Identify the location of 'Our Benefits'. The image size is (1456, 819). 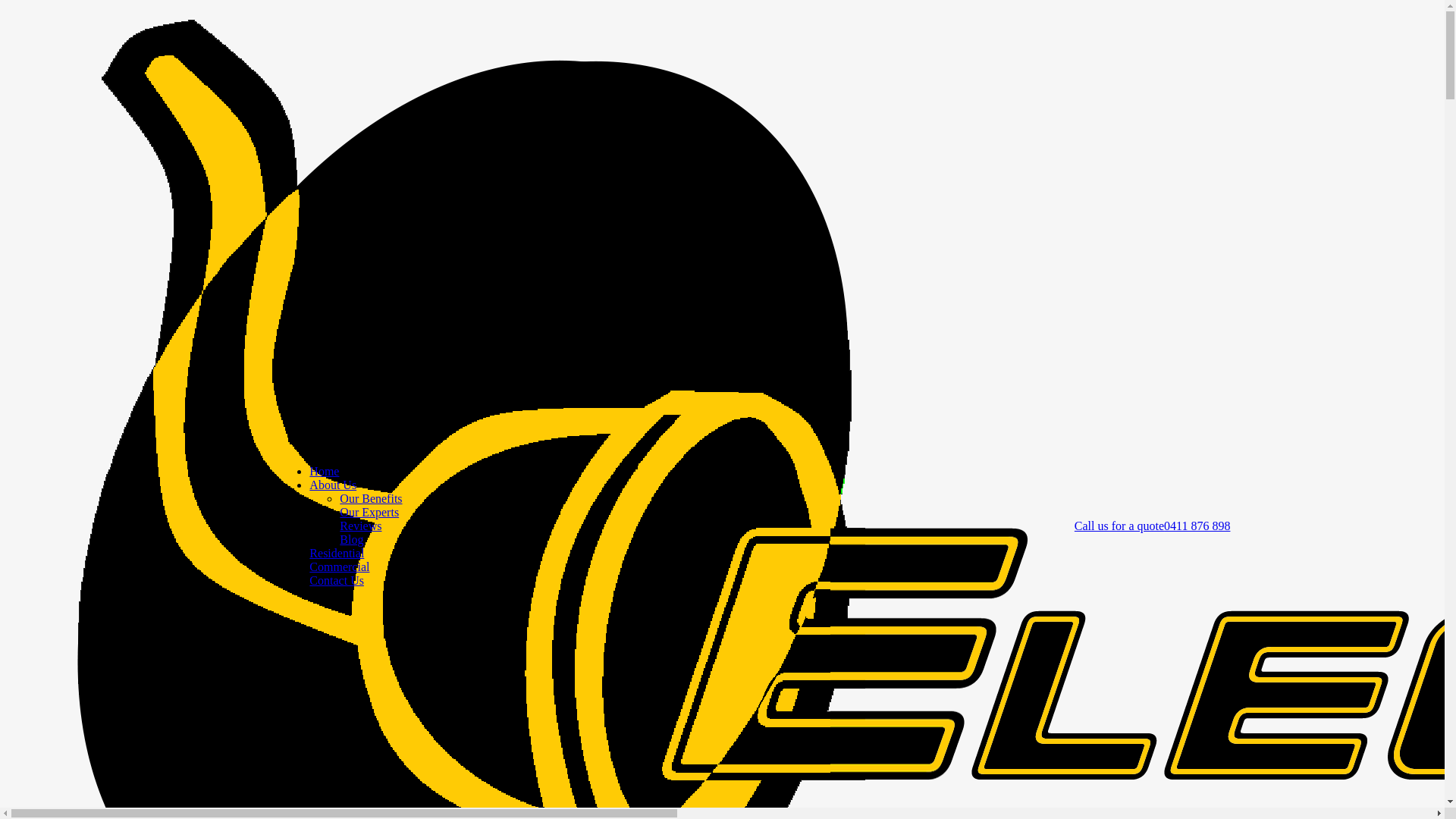
(371, 498).